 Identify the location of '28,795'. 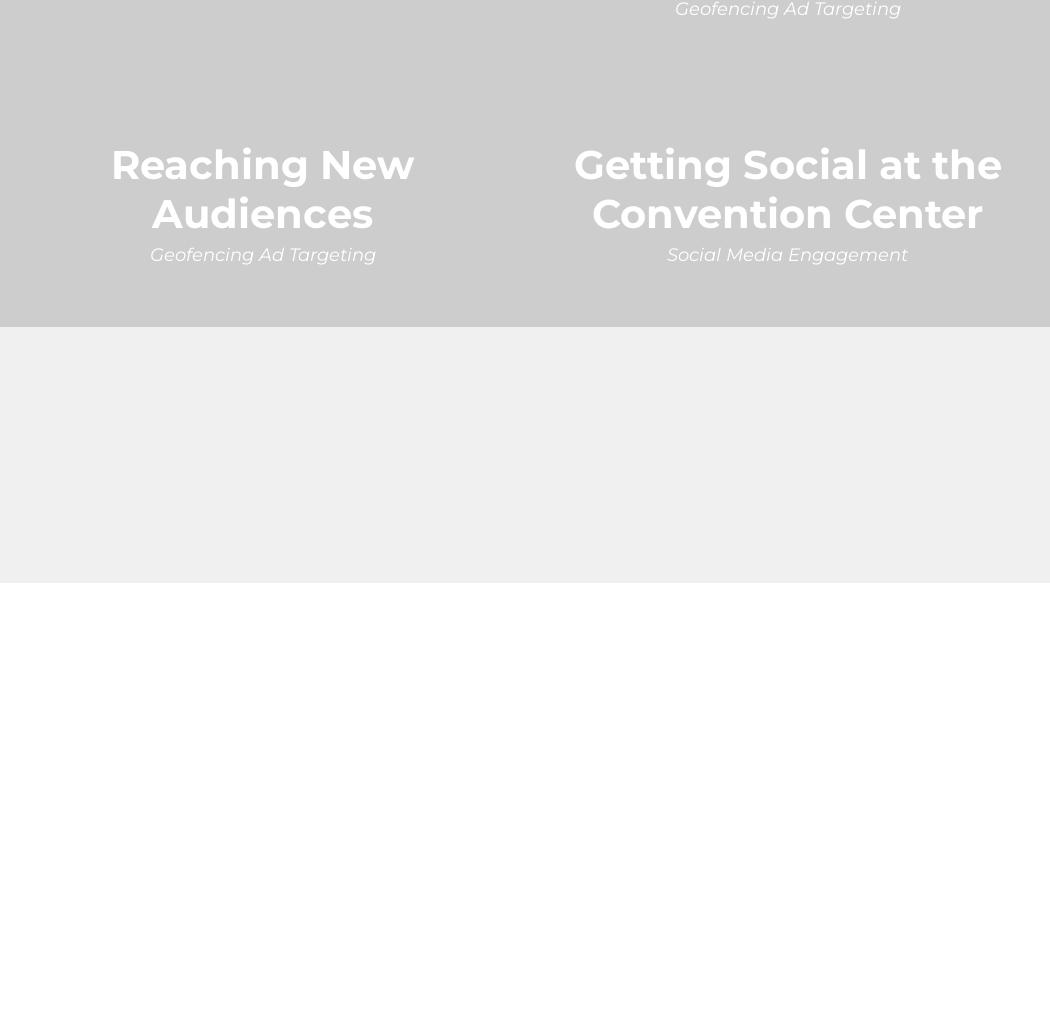
(646, 423).